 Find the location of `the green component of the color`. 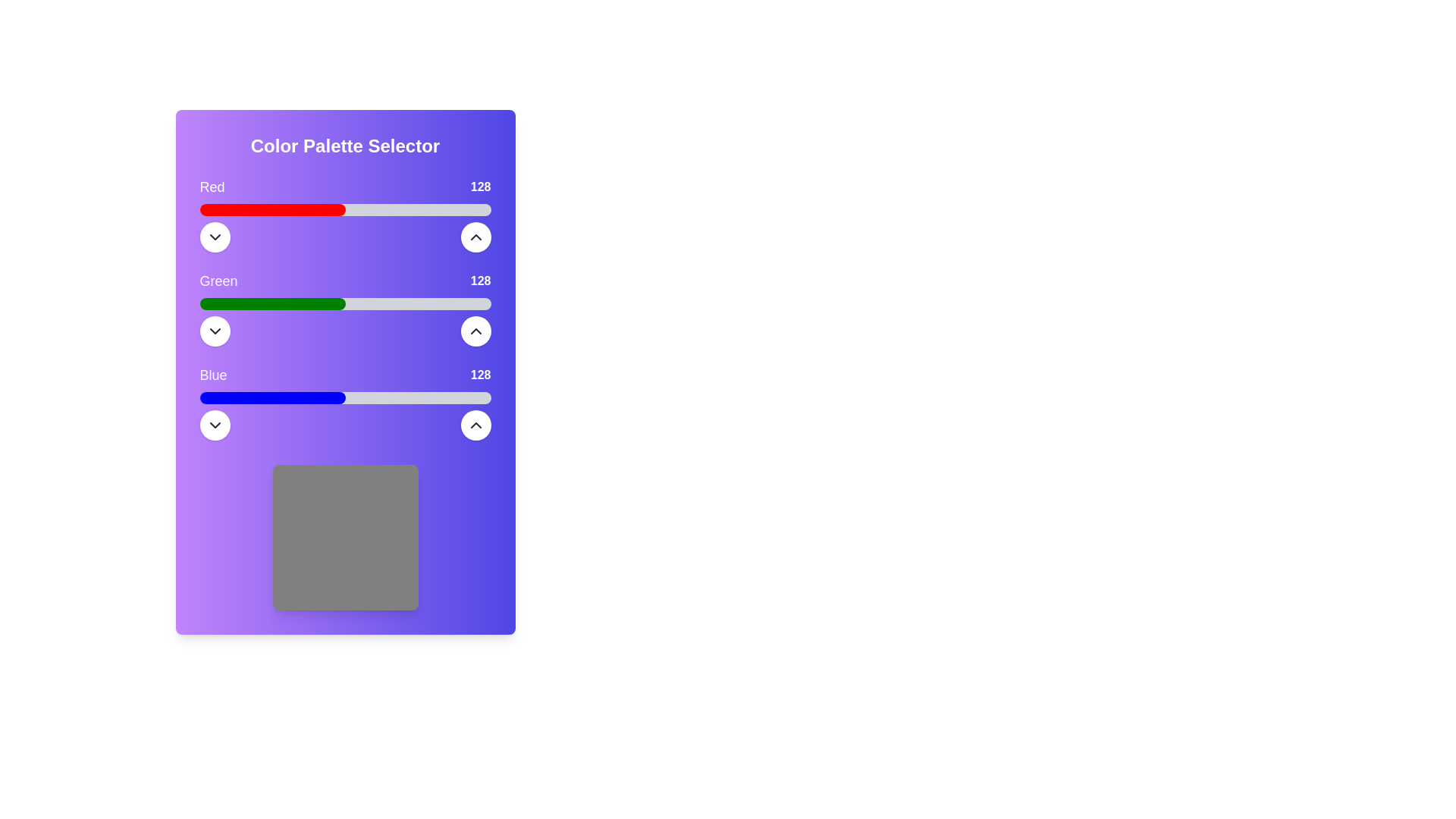

the green component of the color is located at coordinates (276, 304).